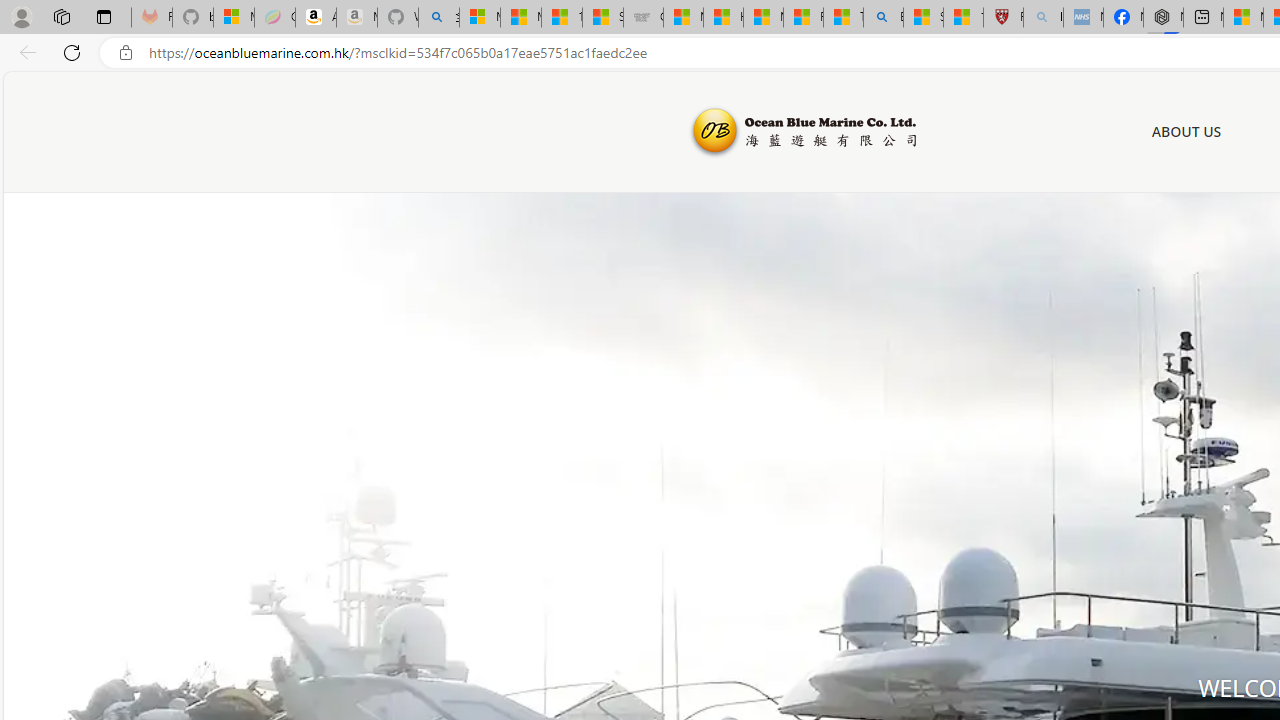 This screenshot has height=720, width=1280. I want to click on 'Ocean Blue Marine', so click(801, 132).